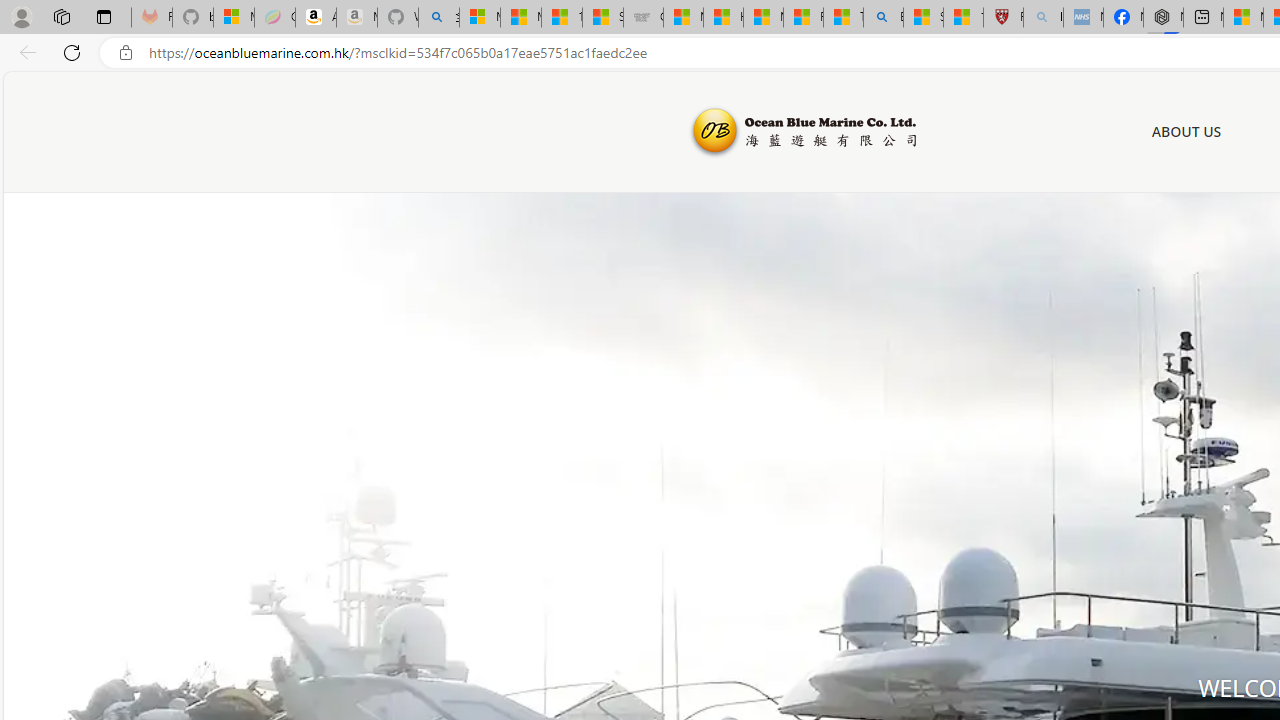 This screenshot has height=720, width=1280. I want to click on 'Ocean Blue Marine', so click(801, 132).